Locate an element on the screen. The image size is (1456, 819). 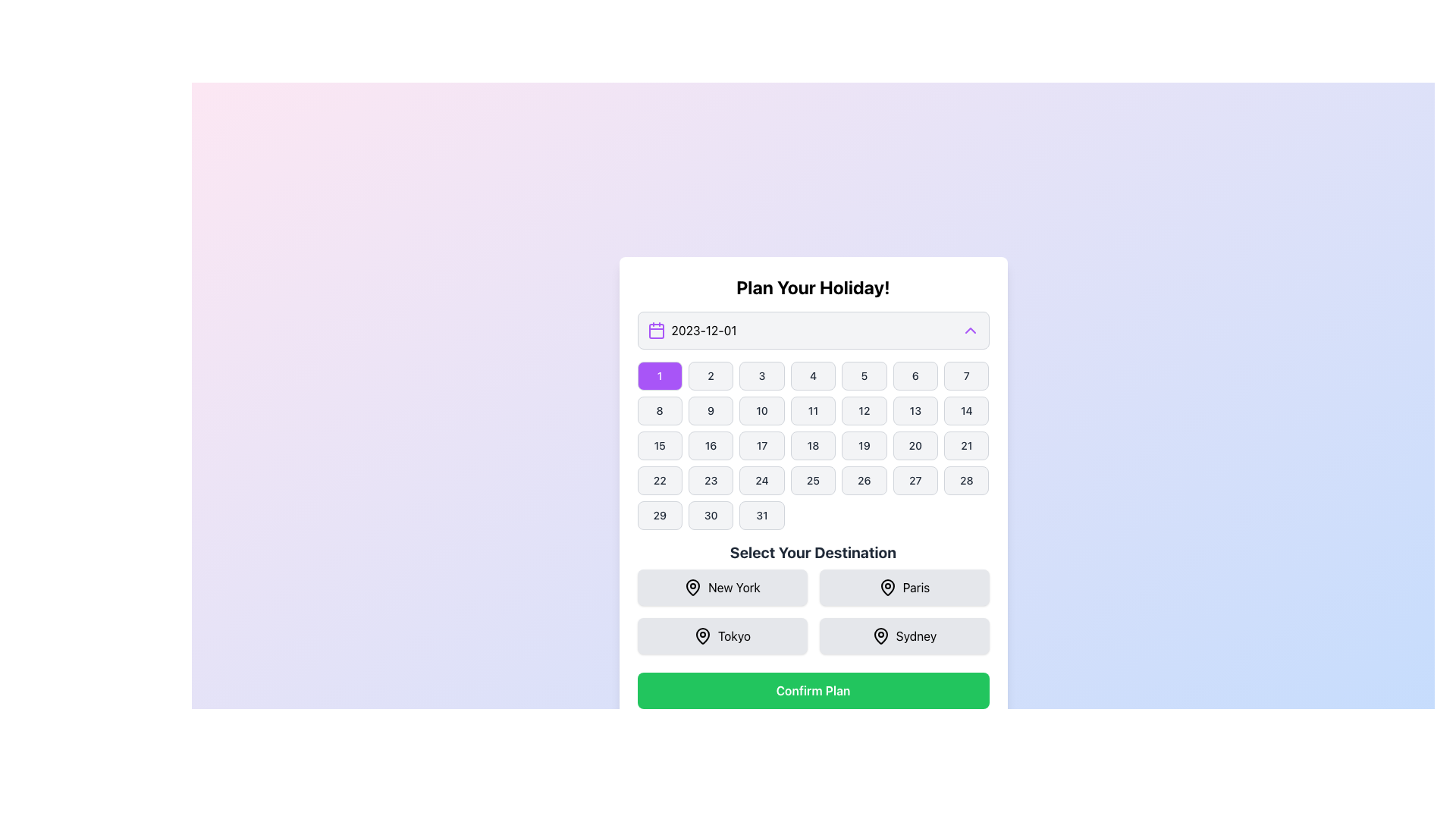
the button that selects day '4' in the date-picker interface is located at coordinates (812, 375).